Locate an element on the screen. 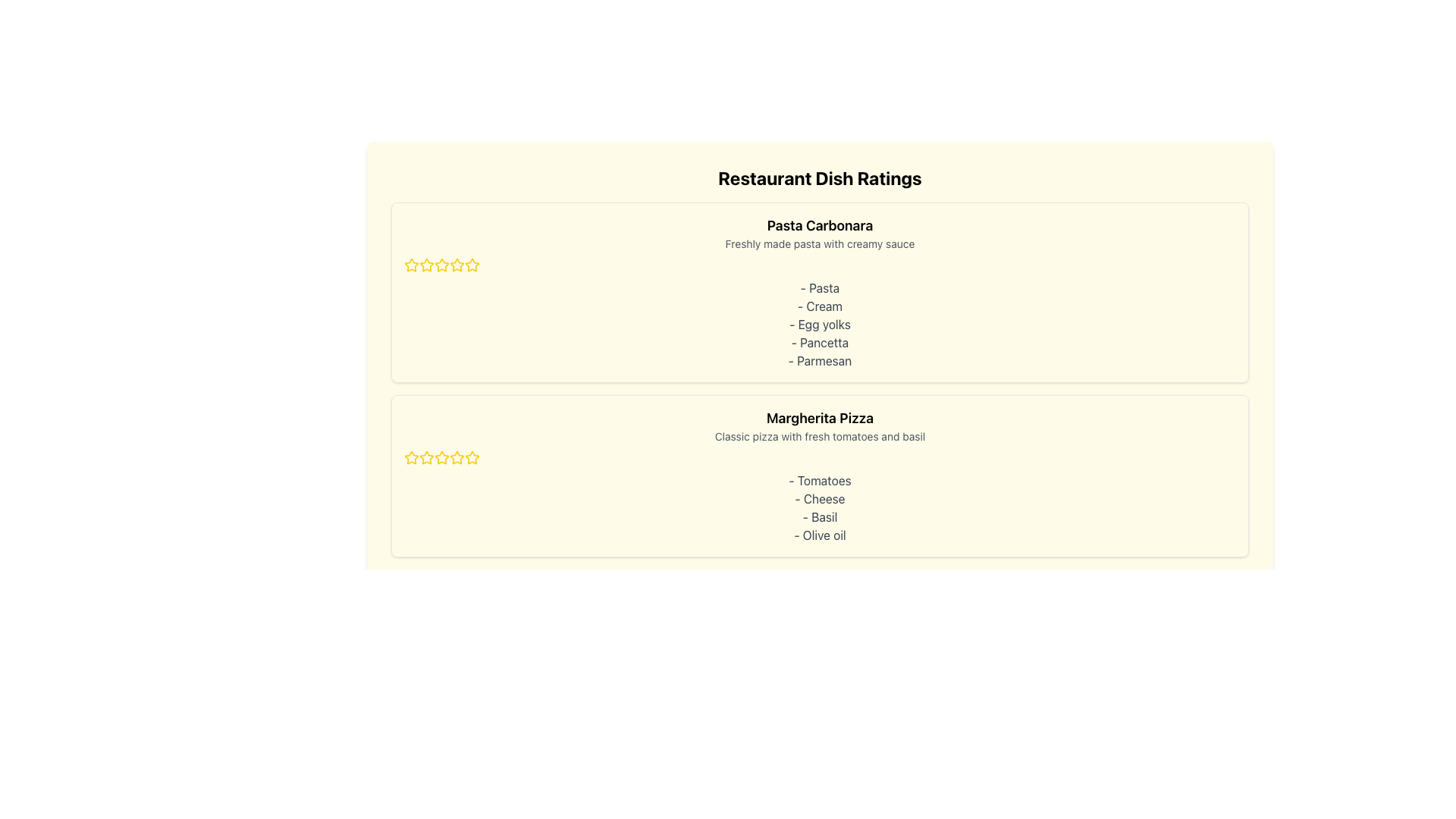 This screenshot has height=819, width=1456. the text display that shows 'Freshly made pasta with creamy sauce' located below the title 'Pasta Carbonara' is located at coordinates (819, 243).